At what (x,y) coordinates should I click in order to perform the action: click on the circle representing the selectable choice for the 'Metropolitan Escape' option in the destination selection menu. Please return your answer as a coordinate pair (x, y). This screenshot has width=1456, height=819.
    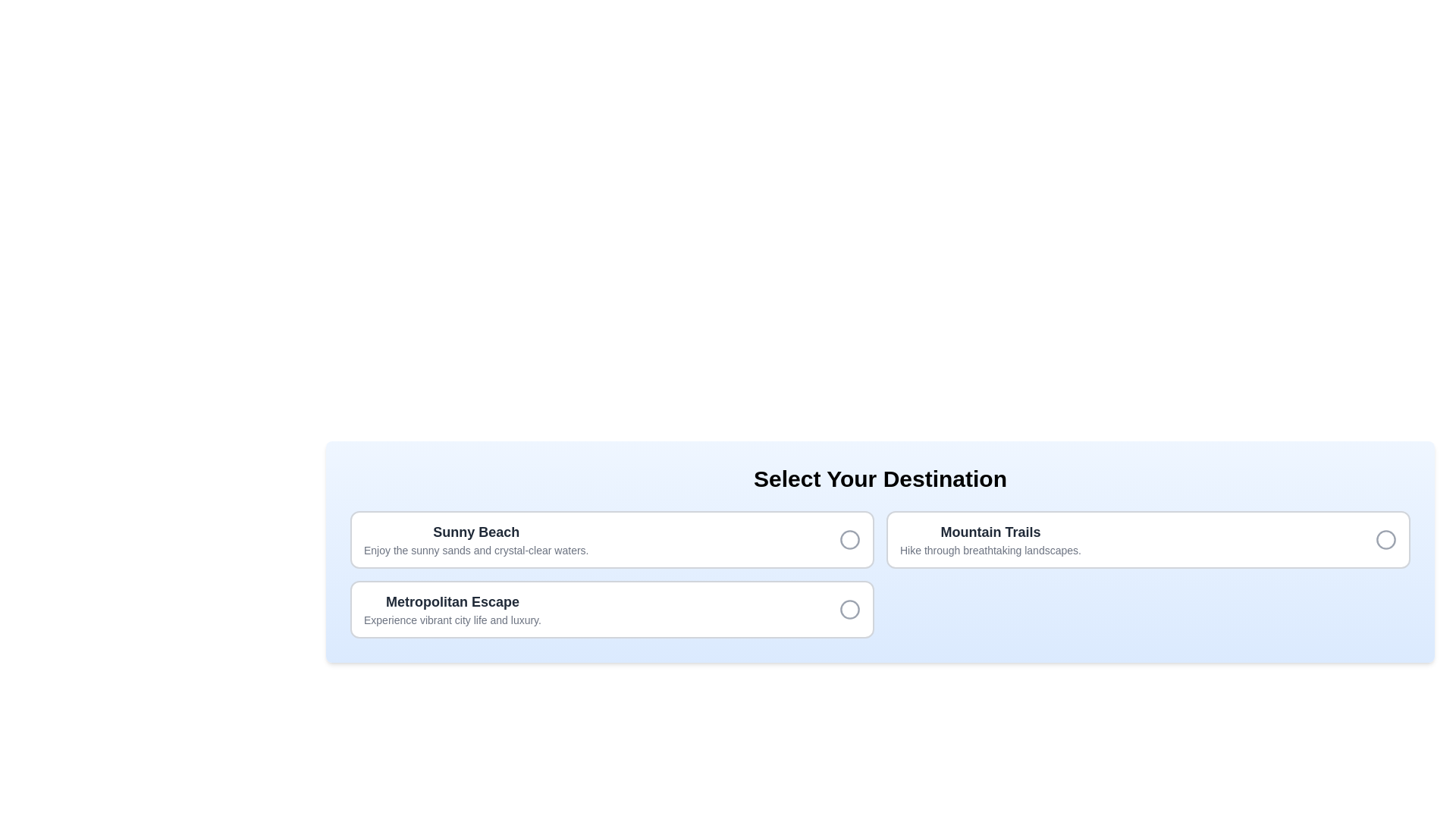
    Looking at the image, I should click on (850, 608).